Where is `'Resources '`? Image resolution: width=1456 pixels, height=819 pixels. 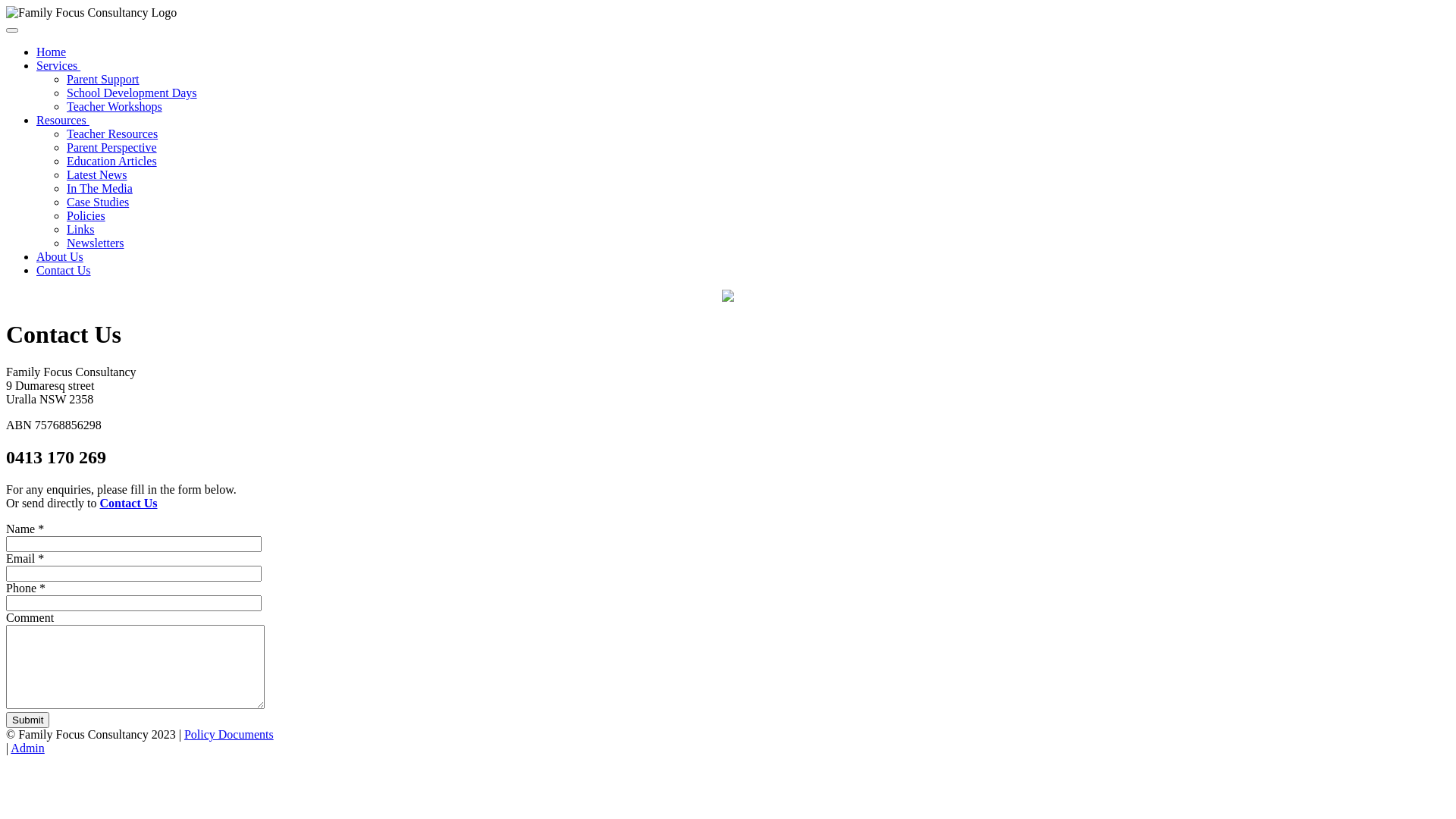 'Resources ' is located at coordinates (61, 119).